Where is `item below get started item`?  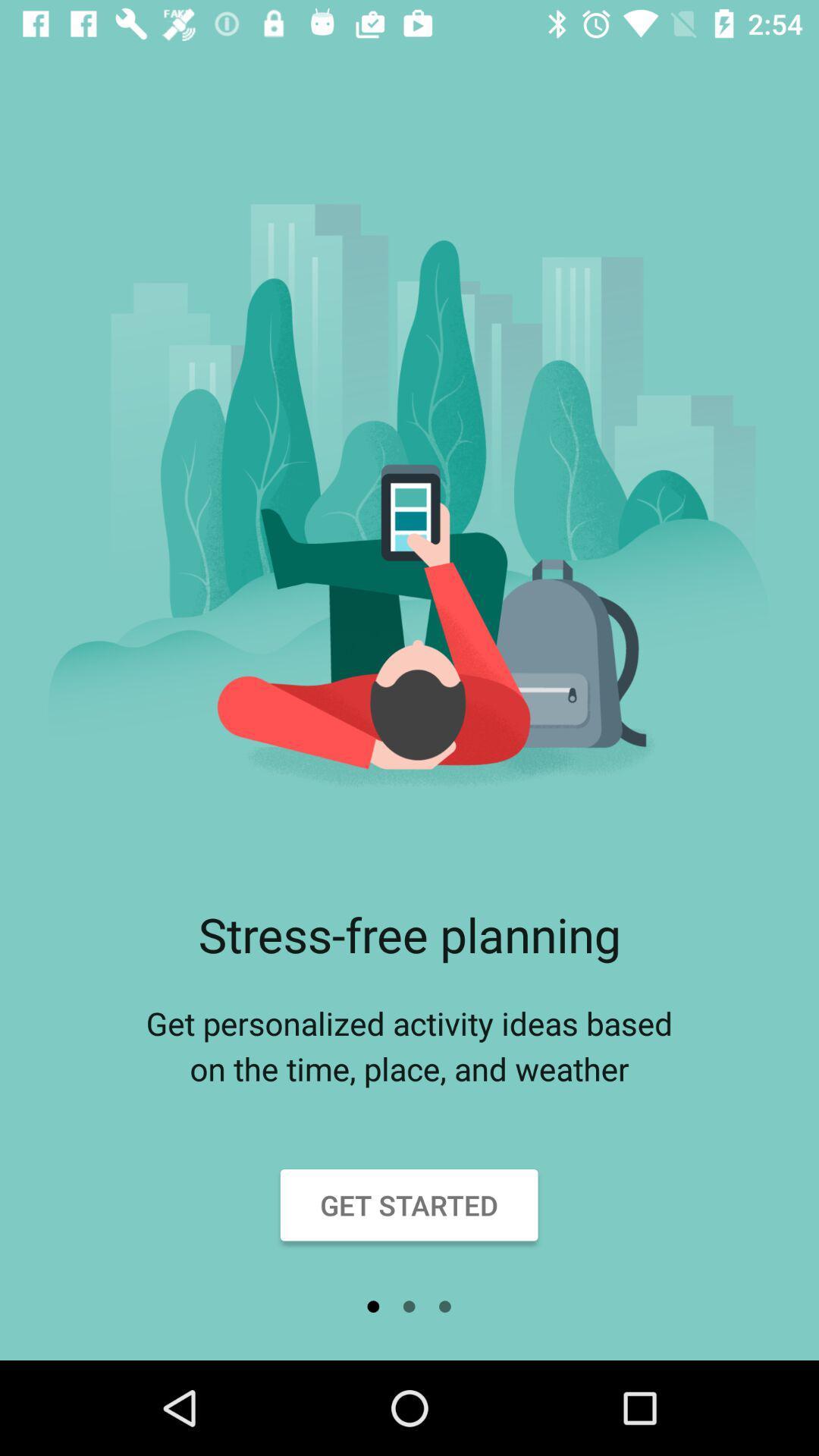
item below get started item is located at coordinates (408, 1306).